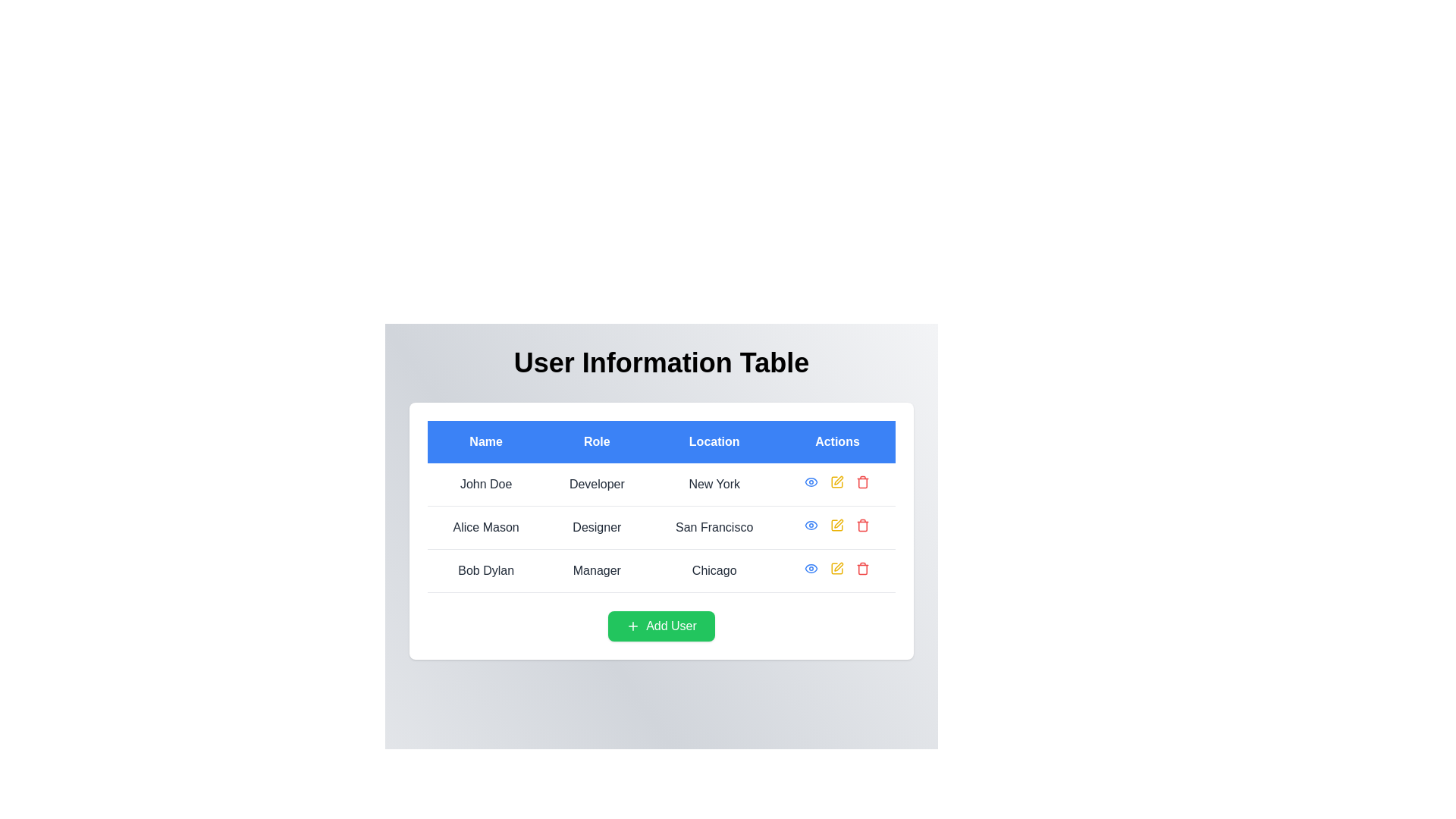  What do you see at coordinates (486, 441) in the screenshot?
I see `text displayed in the Table Header labeled 'Name', which is centered in a blue rectangular background` at bounding box center [486, 441].